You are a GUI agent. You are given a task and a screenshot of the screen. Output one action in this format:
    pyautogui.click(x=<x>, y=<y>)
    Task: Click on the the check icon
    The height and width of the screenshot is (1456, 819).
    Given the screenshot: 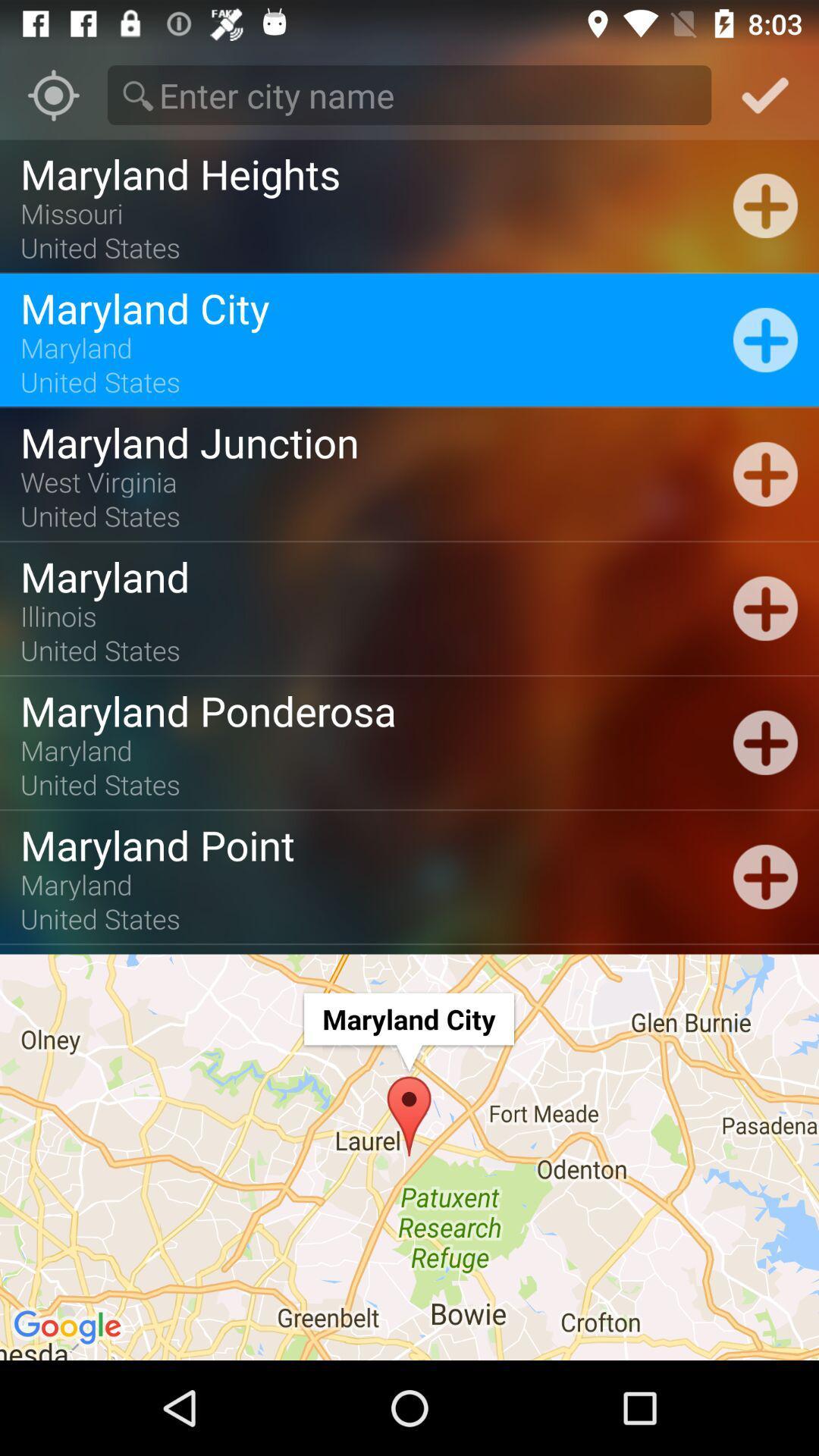 What is the action you would take?
    pyautogui.click(x=765, y=94)
    